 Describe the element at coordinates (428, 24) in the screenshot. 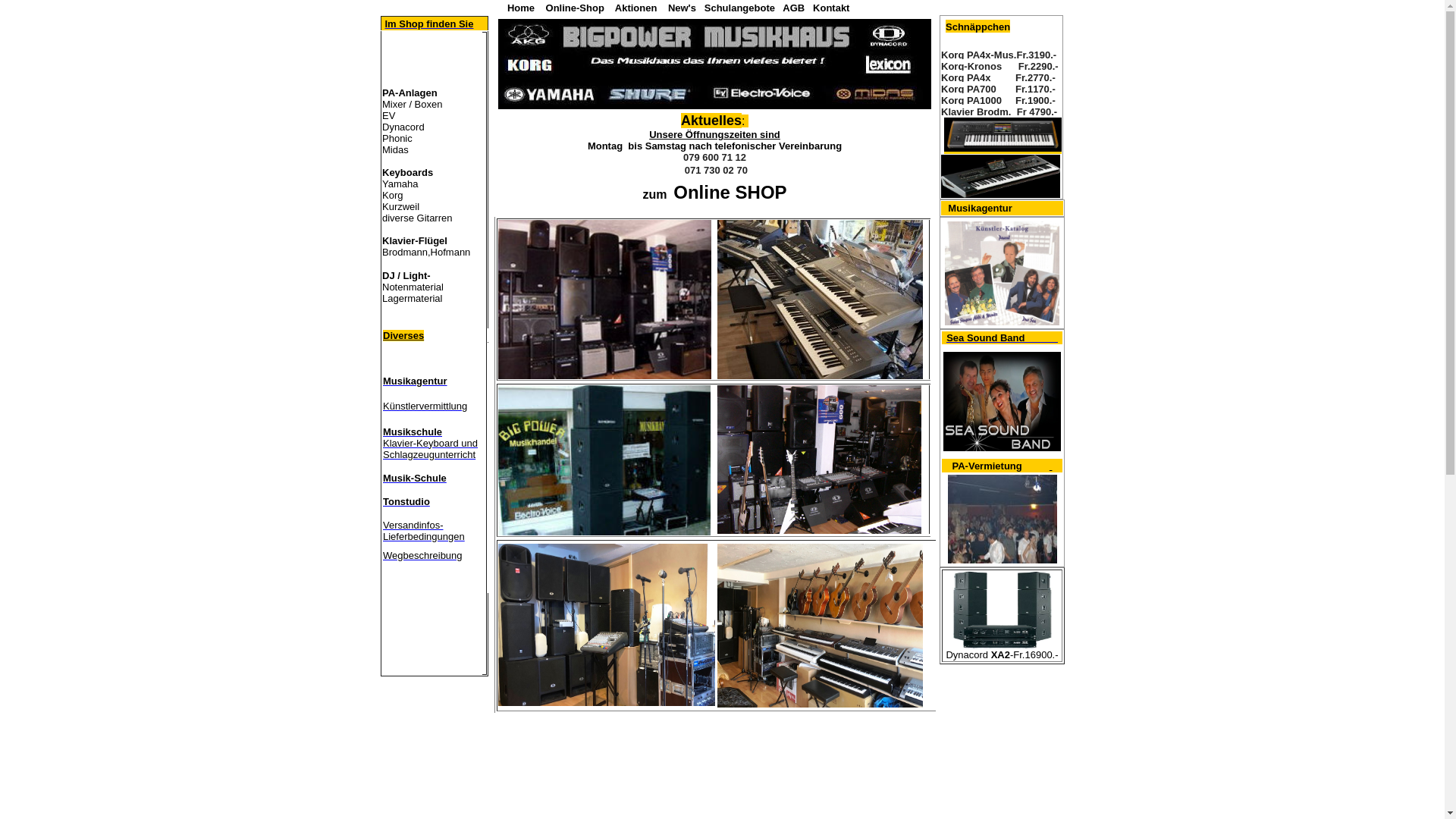

I see `'Im Shop finden Sie'` at that location.